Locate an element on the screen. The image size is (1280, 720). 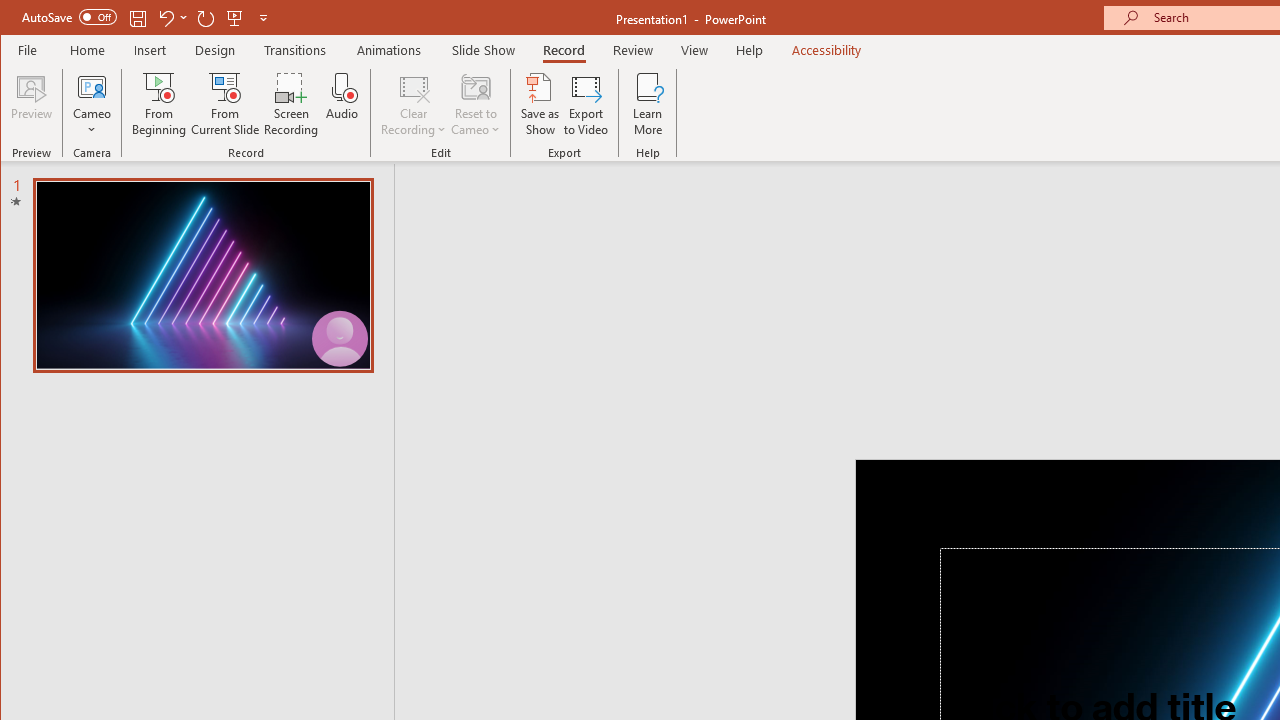
'Screen Recording' is located at coordinates (290, 104).